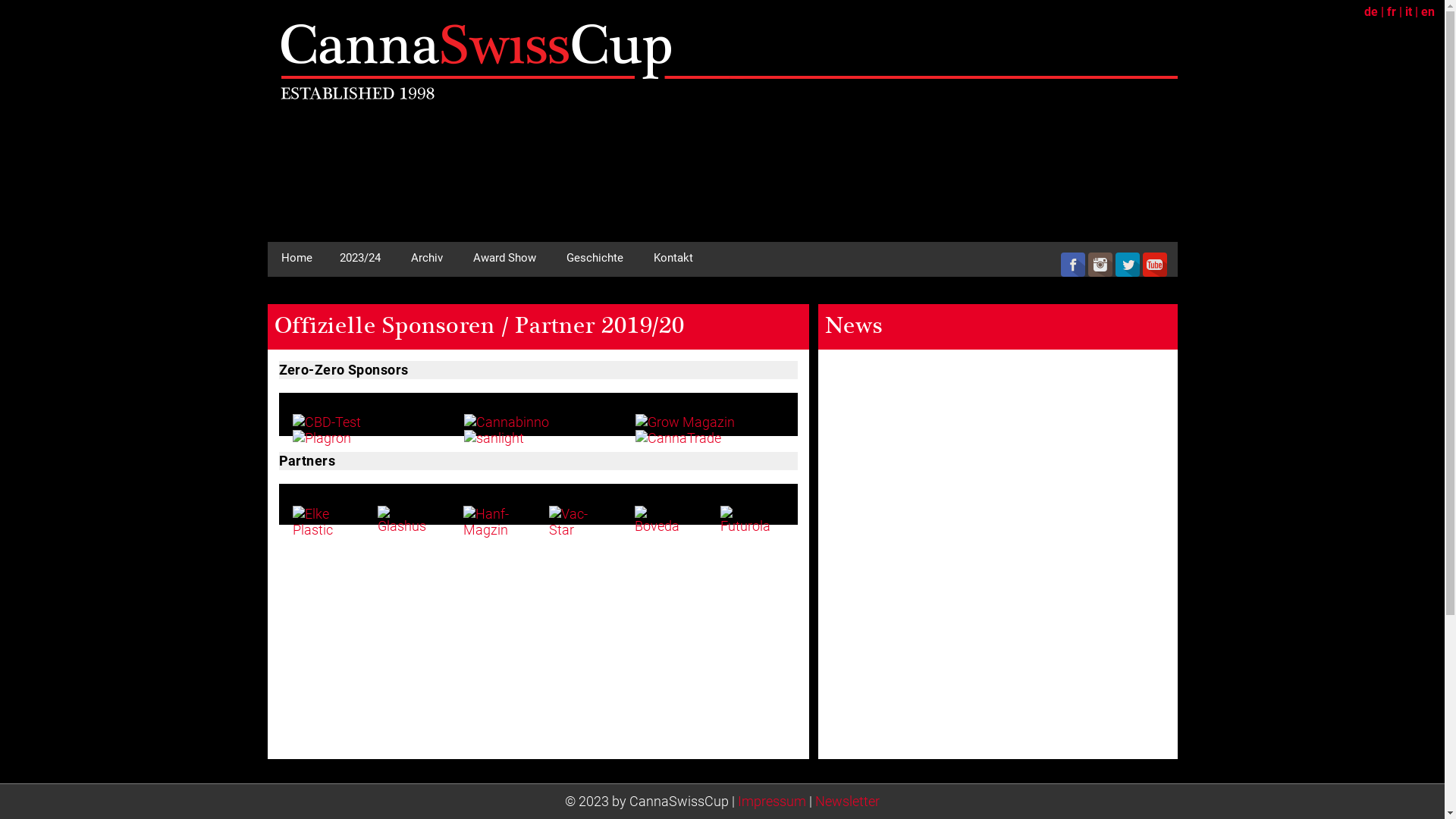  What do you see at coordinates (1099, 263) in the screenshot?
I see `'instagram'` at bounding box center [1099, 263].